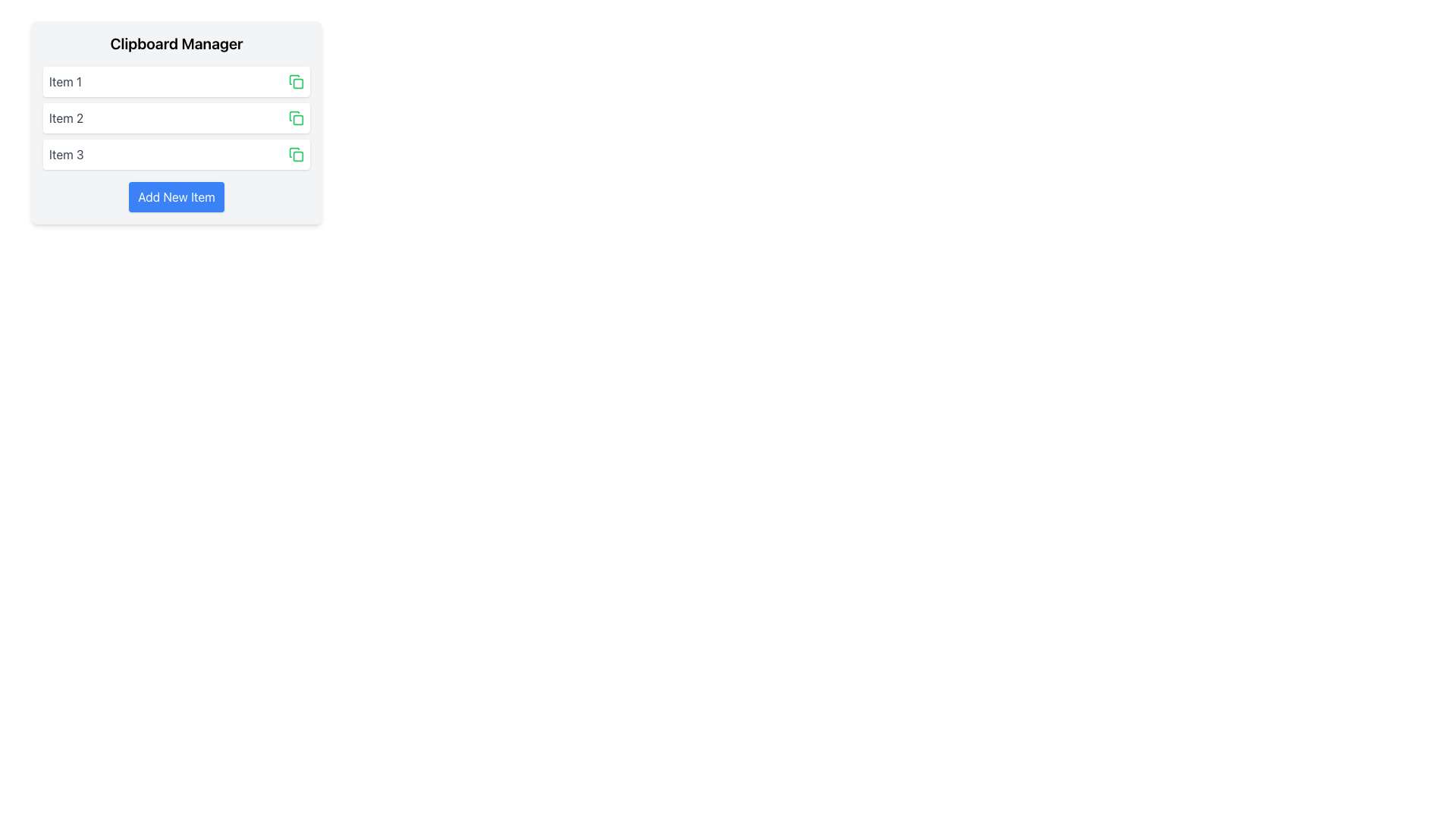 The width and height of the screenshot is (1456, 819). I want to click on the copy icon located to the right of 'Item 1' in the first row of the list, so click(294, 80).